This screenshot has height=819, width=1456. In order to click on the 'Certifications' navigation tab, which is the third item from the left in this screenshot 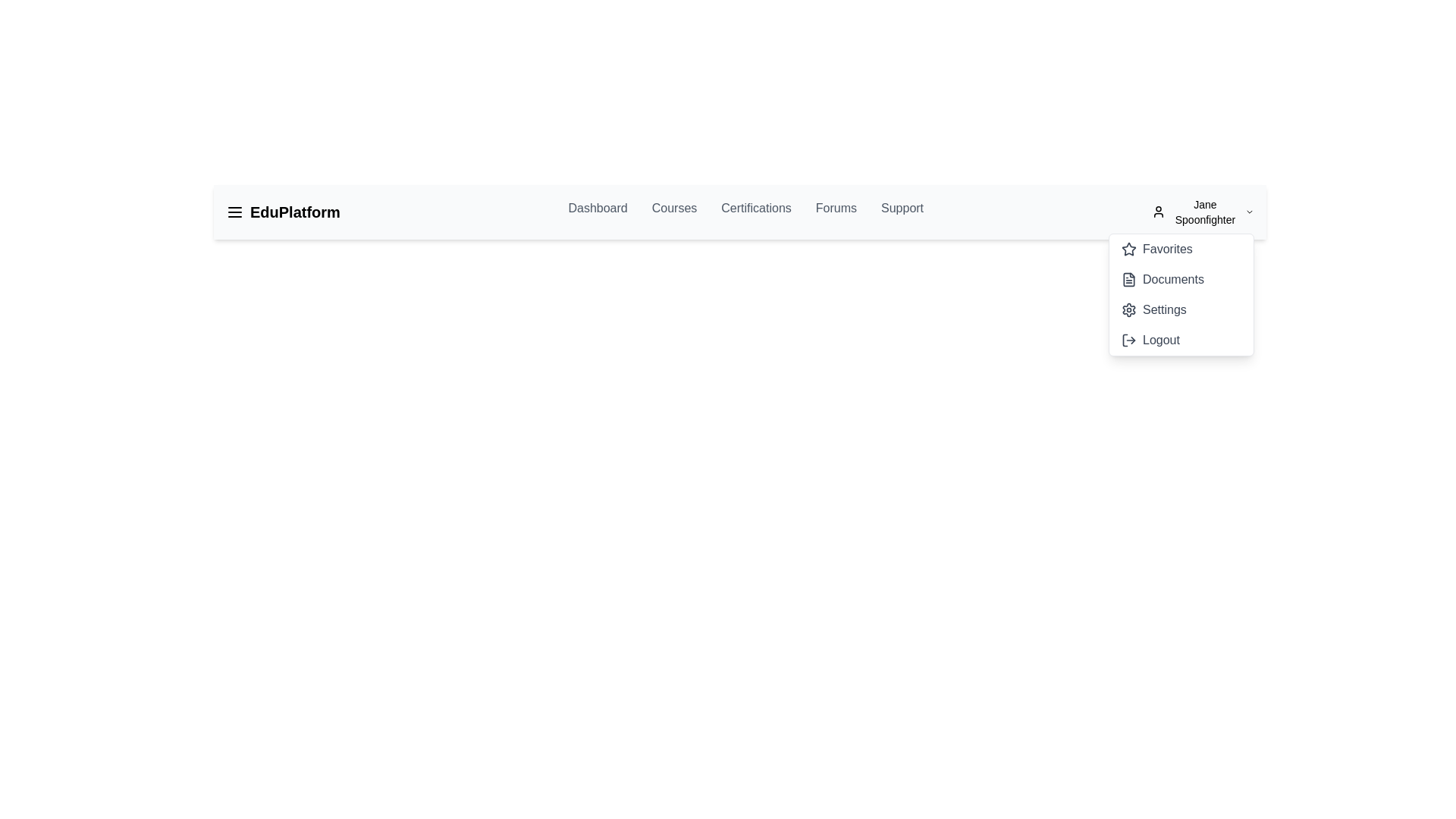, I will do `click(756, 212)`.